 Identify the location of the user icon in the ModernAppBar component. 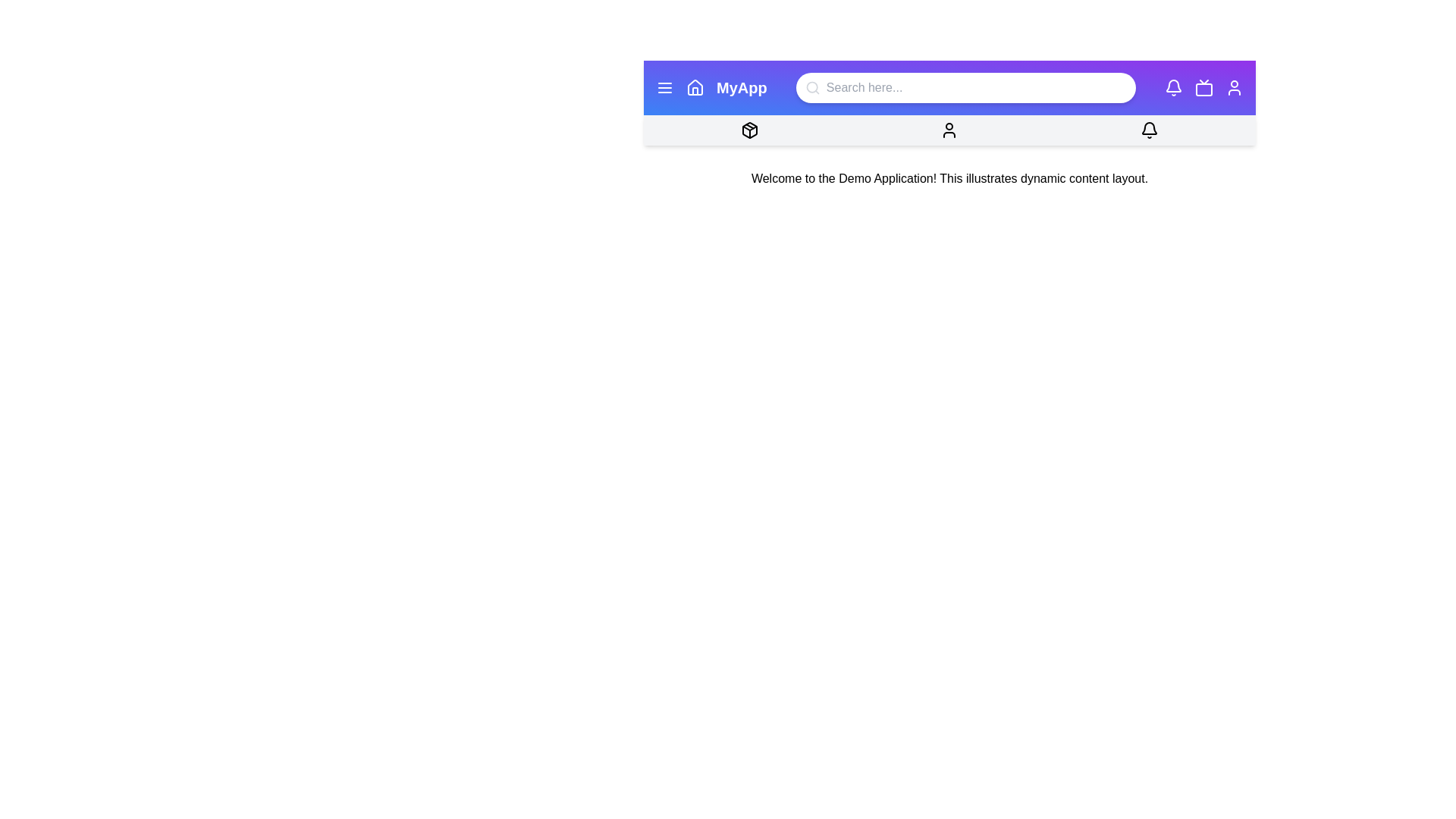
(1234, 87).